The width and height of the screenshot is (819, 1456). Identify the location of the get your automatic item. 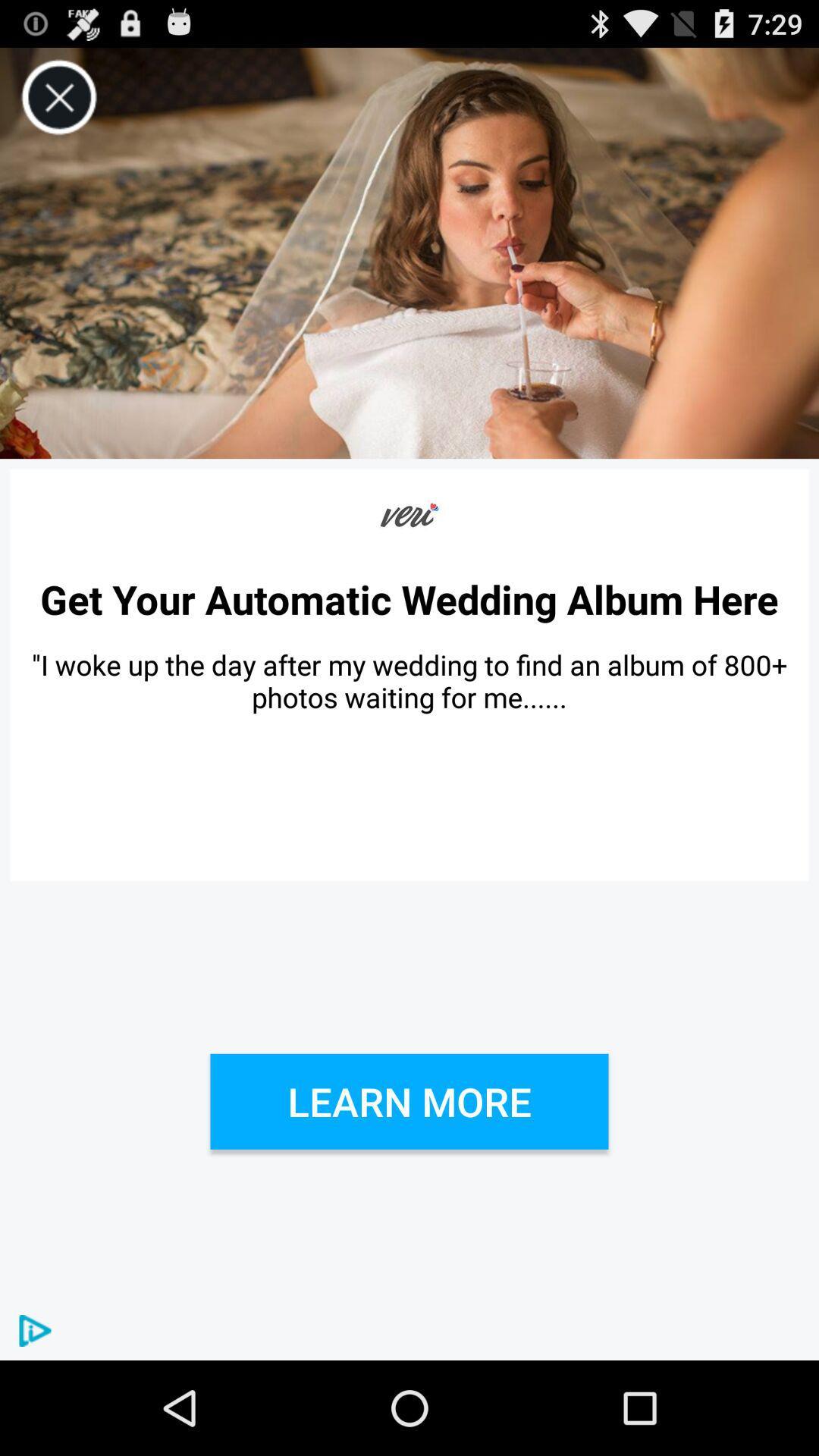
(409, 598).